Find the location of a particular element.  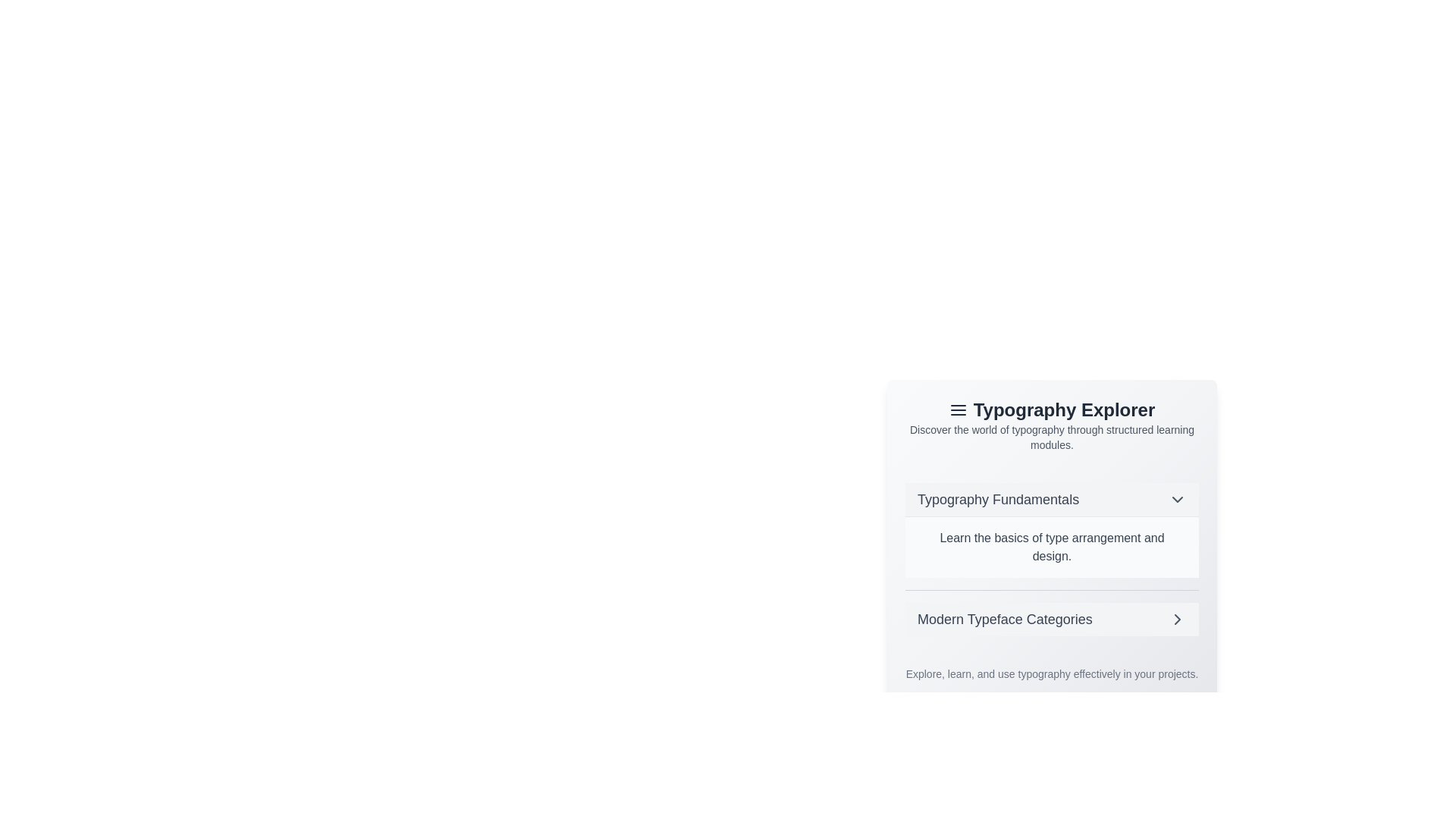

the chevron navigation icon located to the rightmost side of the 'Modern Typeface Categories' text is located at coordinates (1177, 620).